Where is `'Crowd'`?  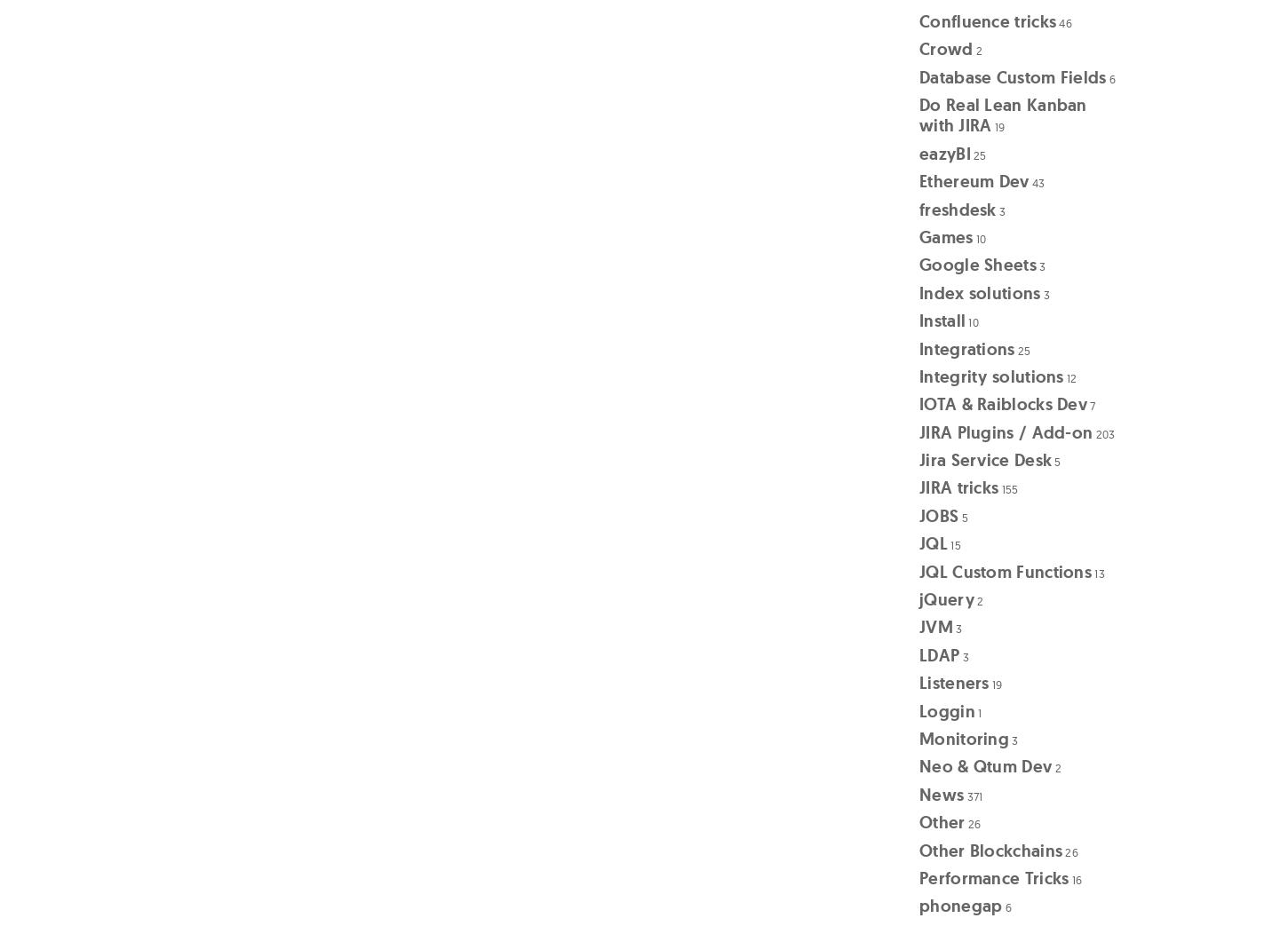 'Crowd' is located at coordinates (946, 48).